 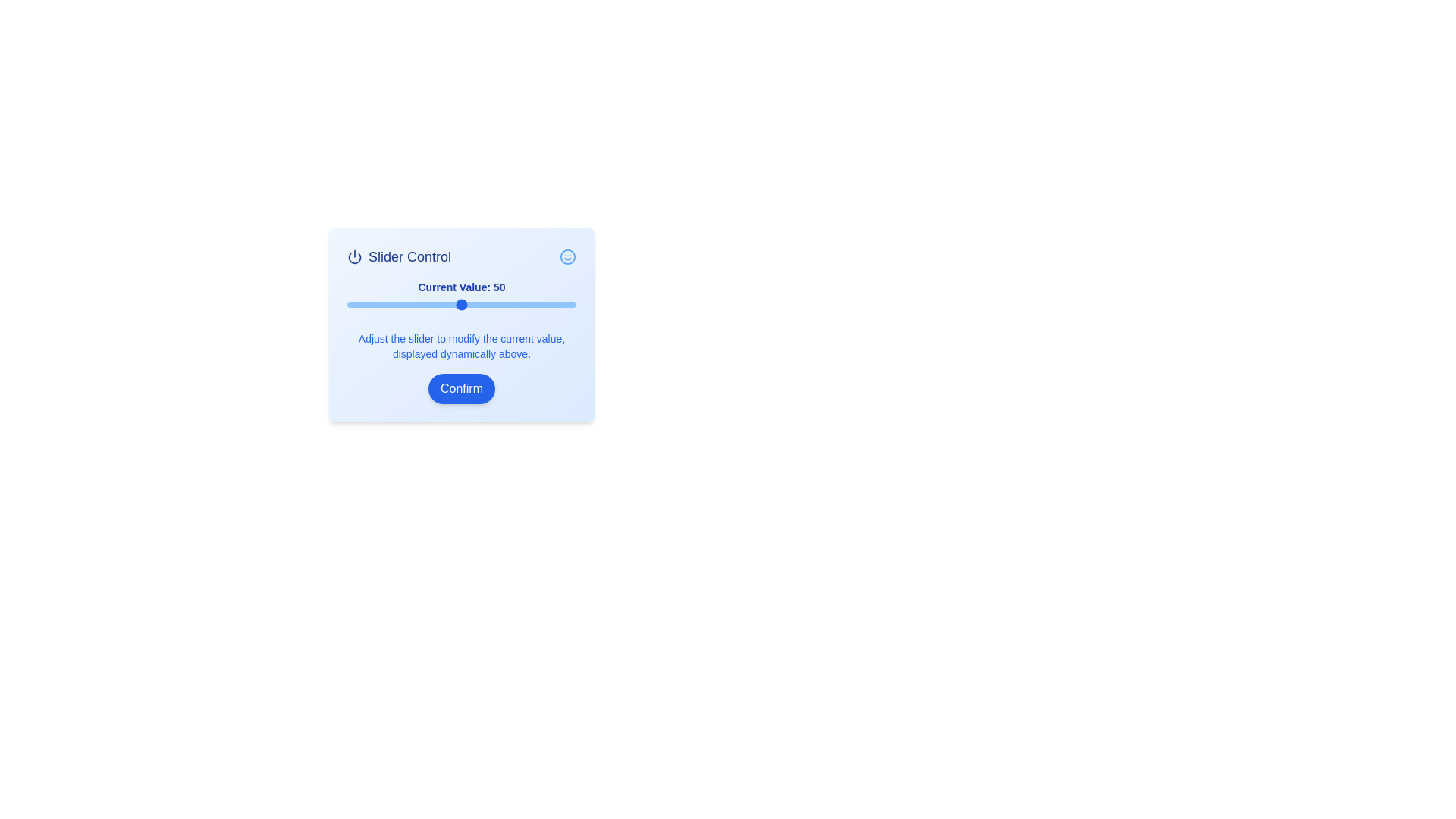 What do you see at coordinates (356, 304) in the screenshot?
I see `the slider's value` at bounding box center [356, 304].